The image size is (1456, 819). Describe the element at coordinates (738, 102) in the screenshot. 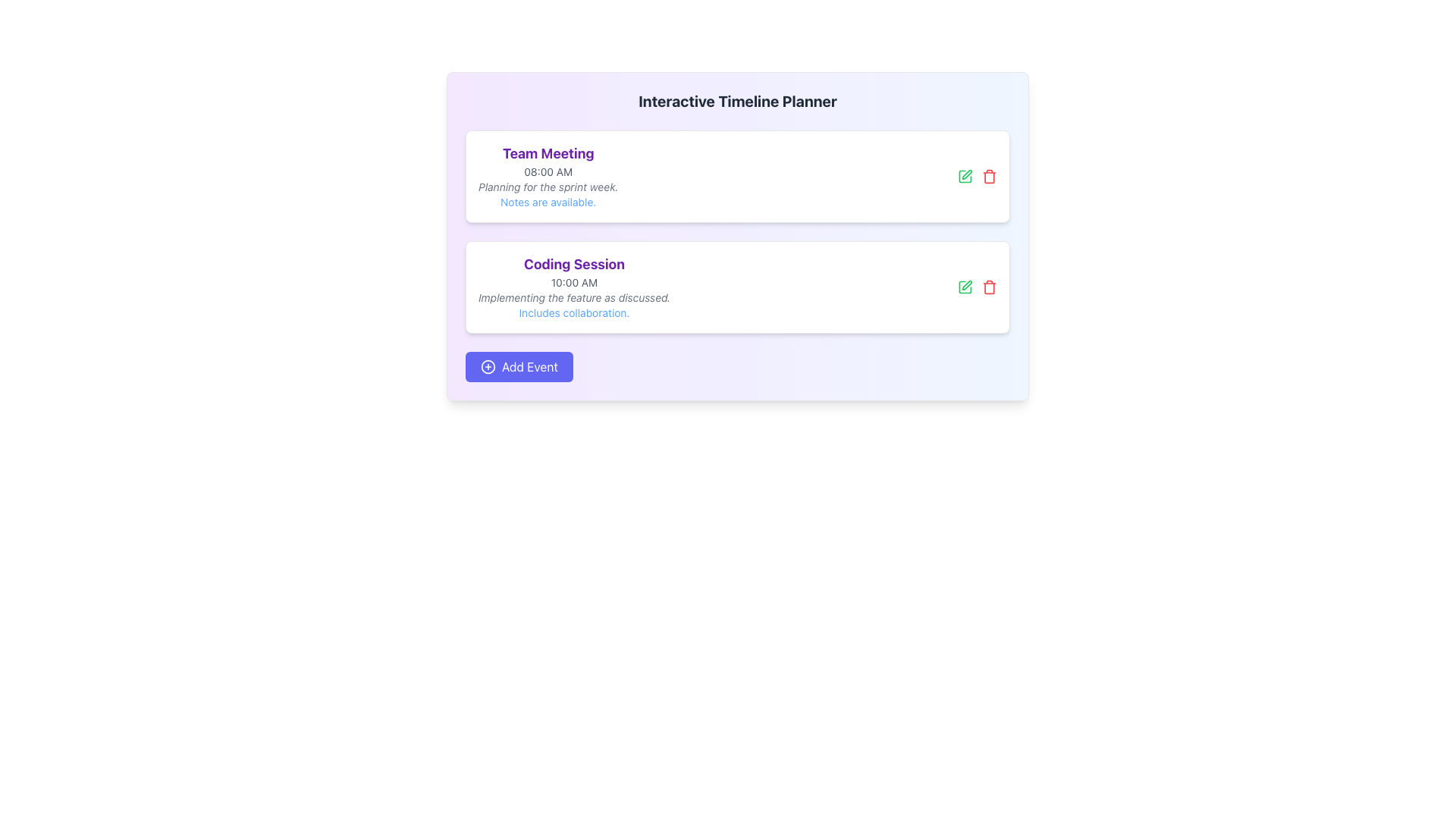

I see `the Header Text labeled 'Interactive Timeline Planner'` at that location.